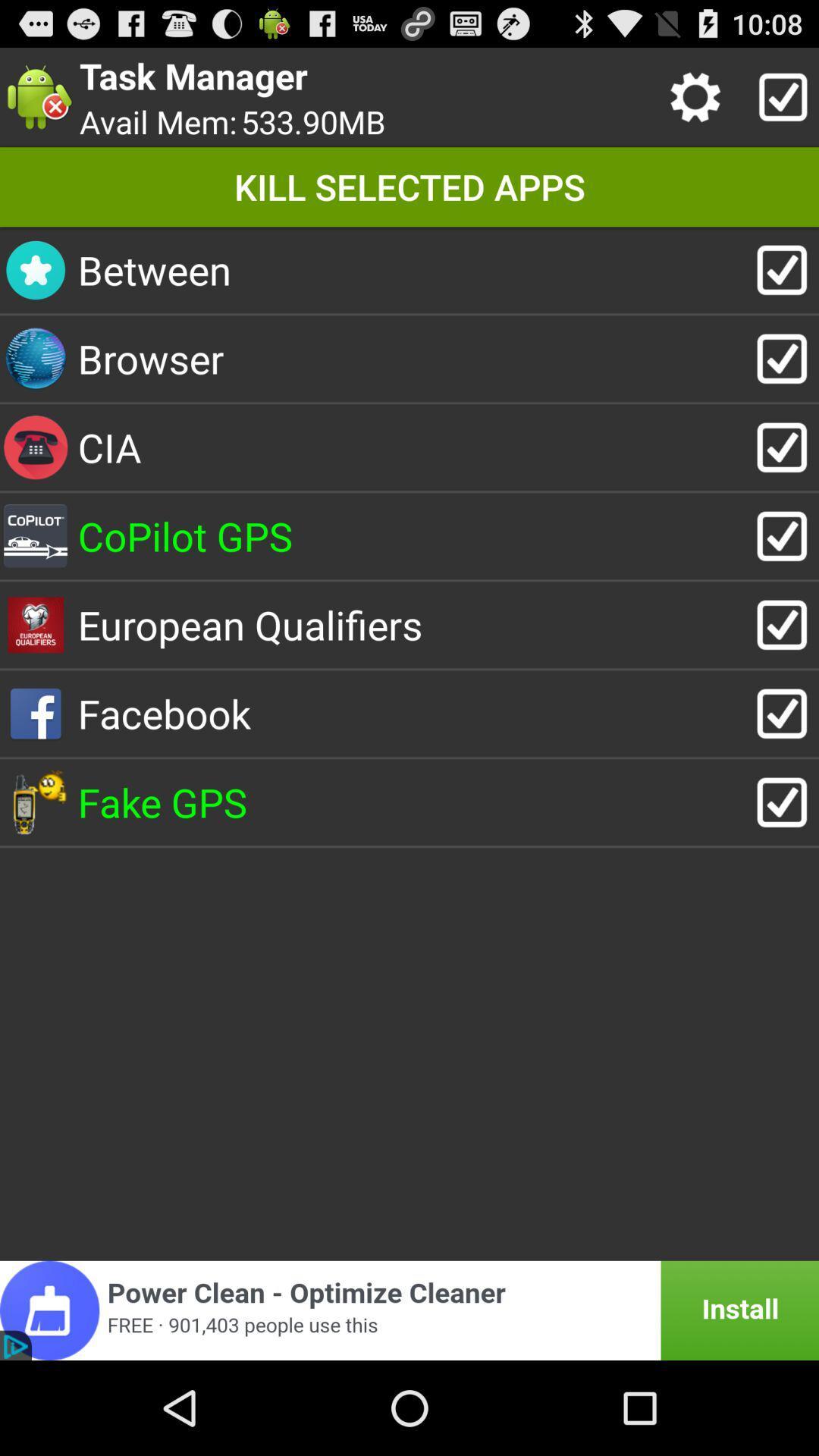  What do you see at coordinates (409, 1310) in the screenshot?
I see `advertisement` at bounding box center [409, 1310].